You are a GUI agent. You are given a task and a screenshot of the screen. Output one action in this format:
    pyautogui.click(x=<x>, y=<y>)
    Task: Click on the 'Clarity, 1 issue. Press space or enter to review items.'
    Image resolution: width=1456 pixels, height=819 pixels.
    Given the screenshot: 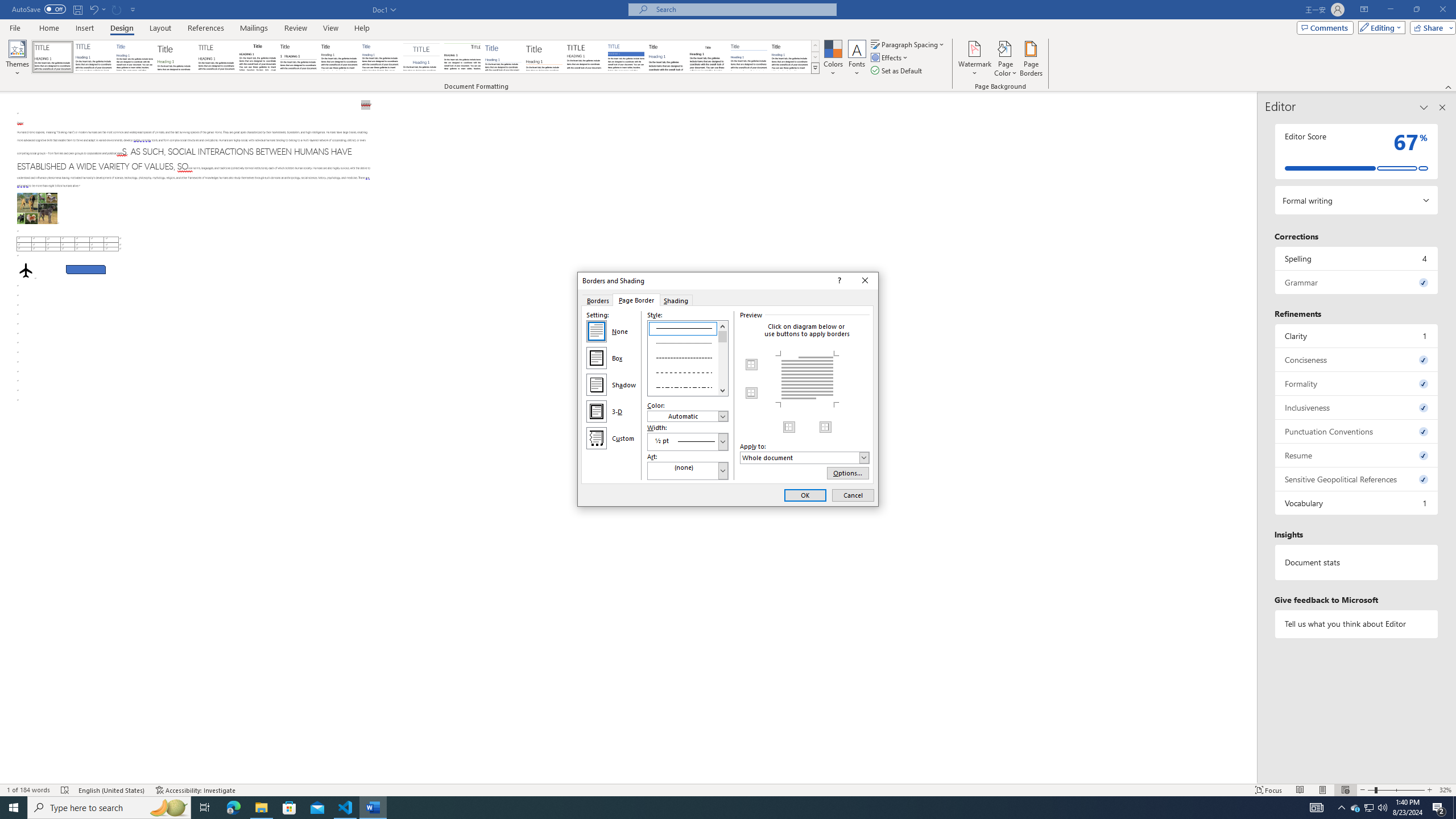 What is the action you would take?
    pyautogui.click(x=1356, y=335)
    